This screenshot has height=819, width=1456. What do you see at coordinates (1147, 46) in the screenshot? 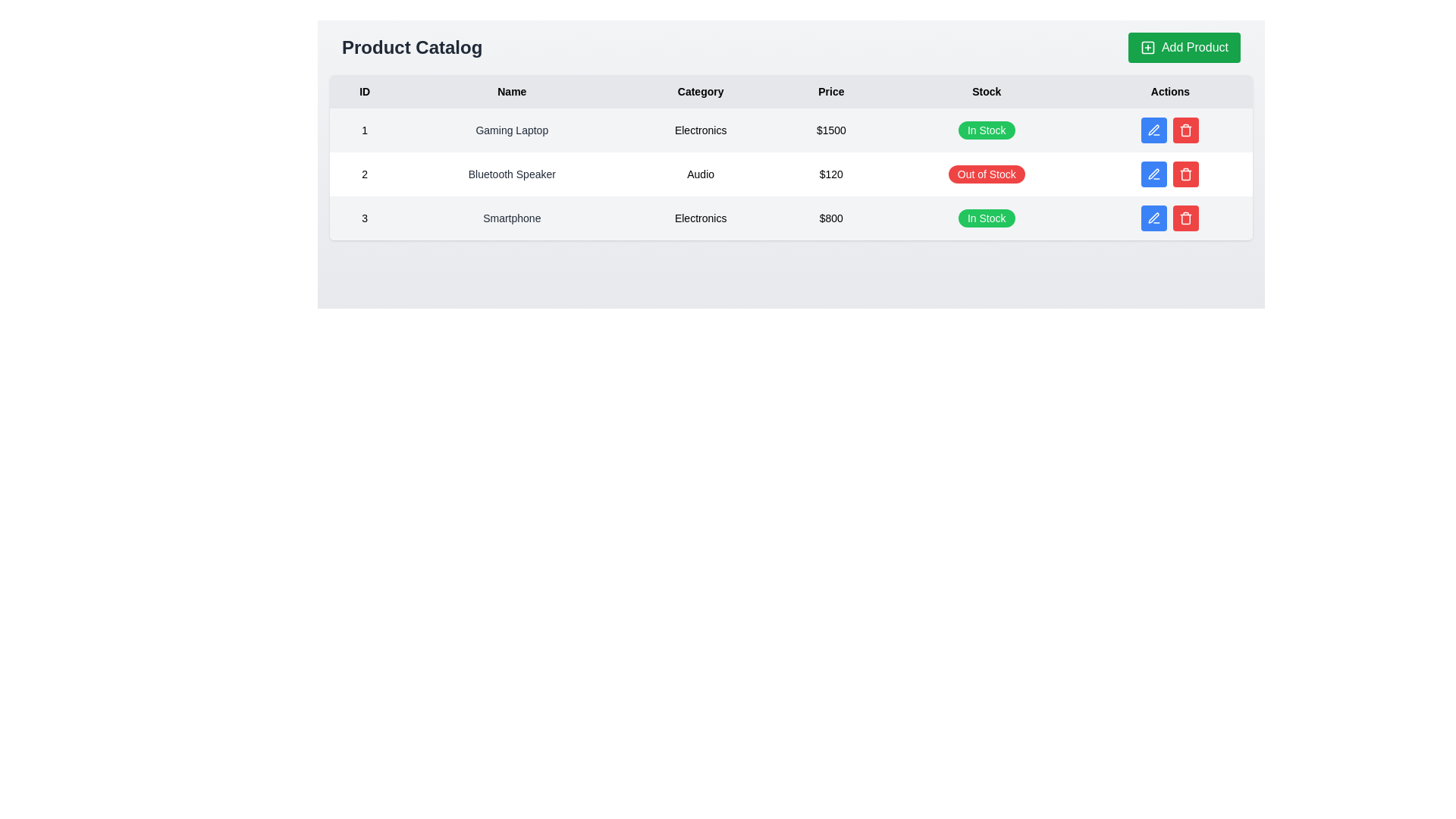
I see `the appearance of the decorative SVG component, which is a rounded-edge green square located inside the 'Add Product' button in the top-right corner of the interface` at bounding box center [1147, 46].